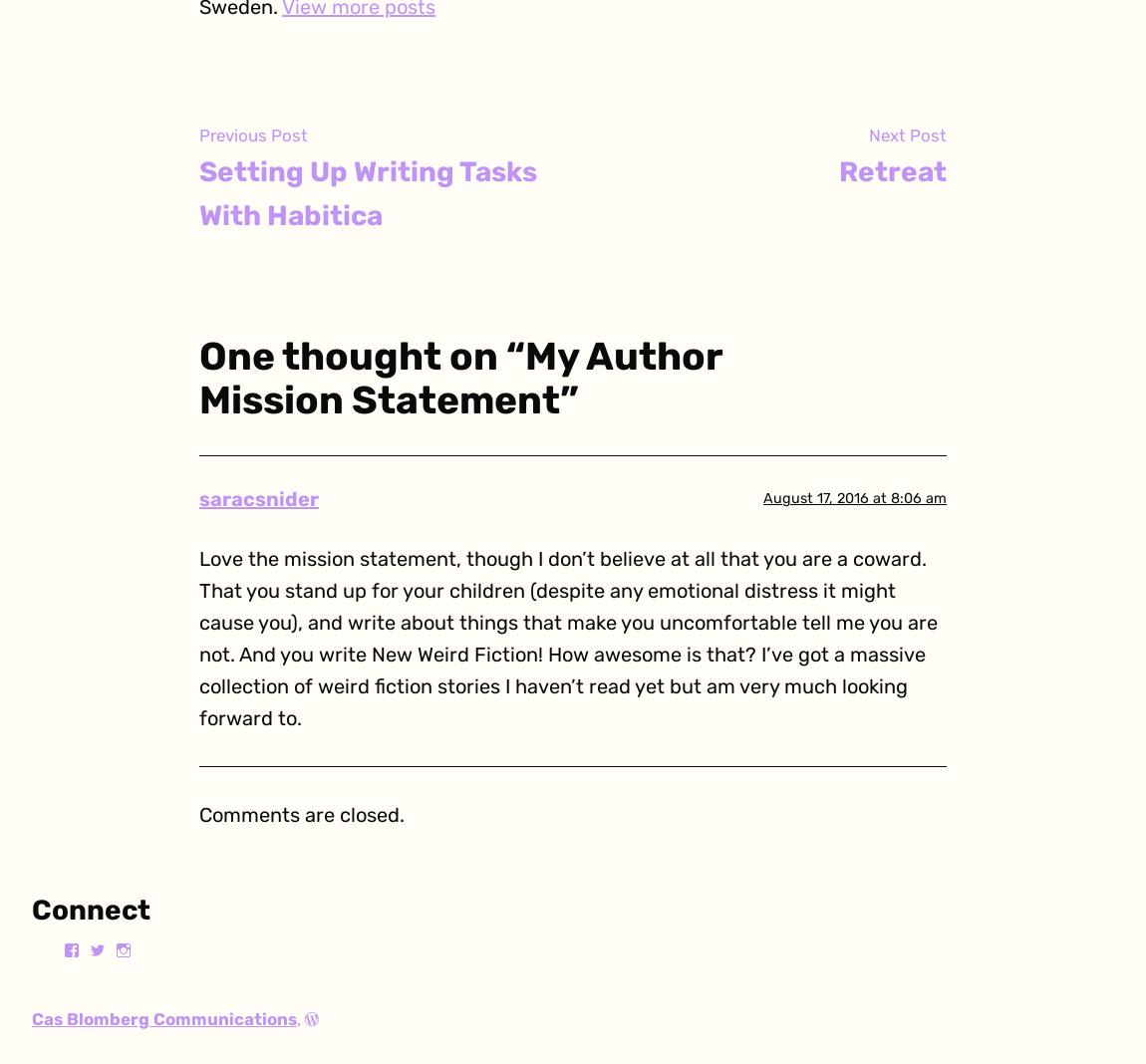  What do you see at coordinates (568, 638) in the screenshot?
I see `'Love the mission statement, though I don’t believe at all that you are a coward. That you stand up for your children (despite any emotional distress it might cause you), and write about things that make you uncomfortable tell me you are not. And you write New Weird Fiction! How awesome is that? I’ve got a massive collection of weird fiction stories I haven’t read yet but am very much looking forward to.'` at bounding box center [568, 638].